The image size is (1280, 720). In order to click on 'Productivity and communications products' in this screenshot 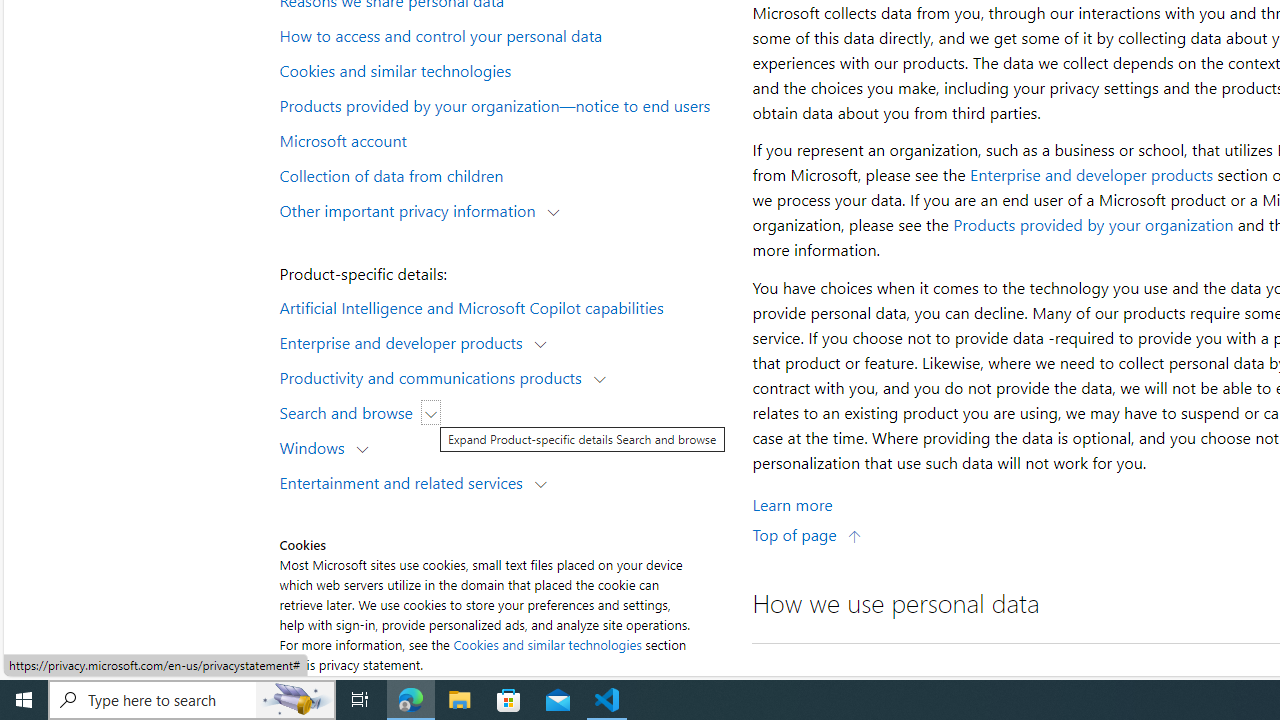, I will do `click(434, 376)`.